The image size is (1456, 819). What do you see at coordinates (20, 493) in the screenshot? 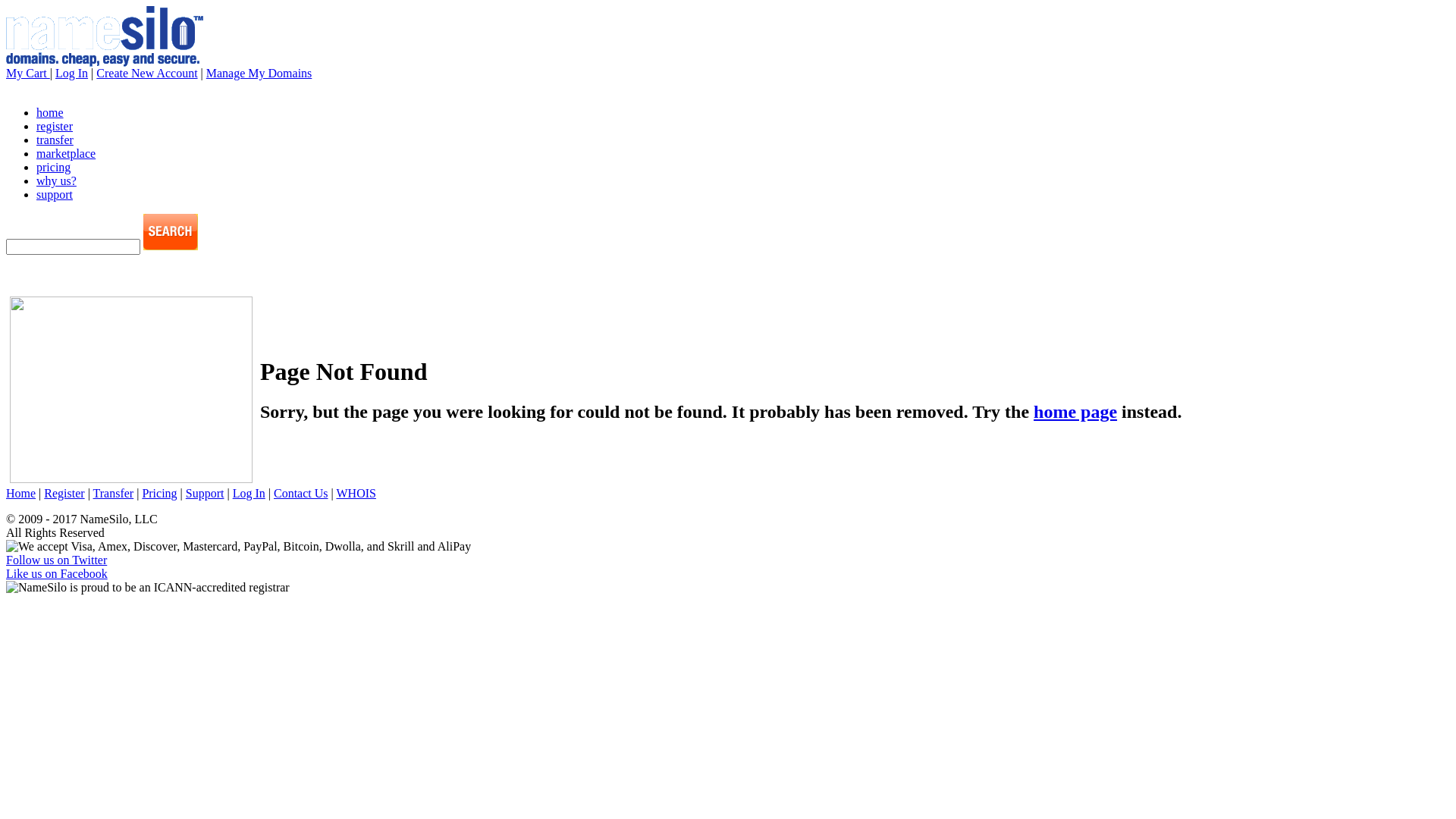
I see `'Home'` at bounding box center [20, 493].